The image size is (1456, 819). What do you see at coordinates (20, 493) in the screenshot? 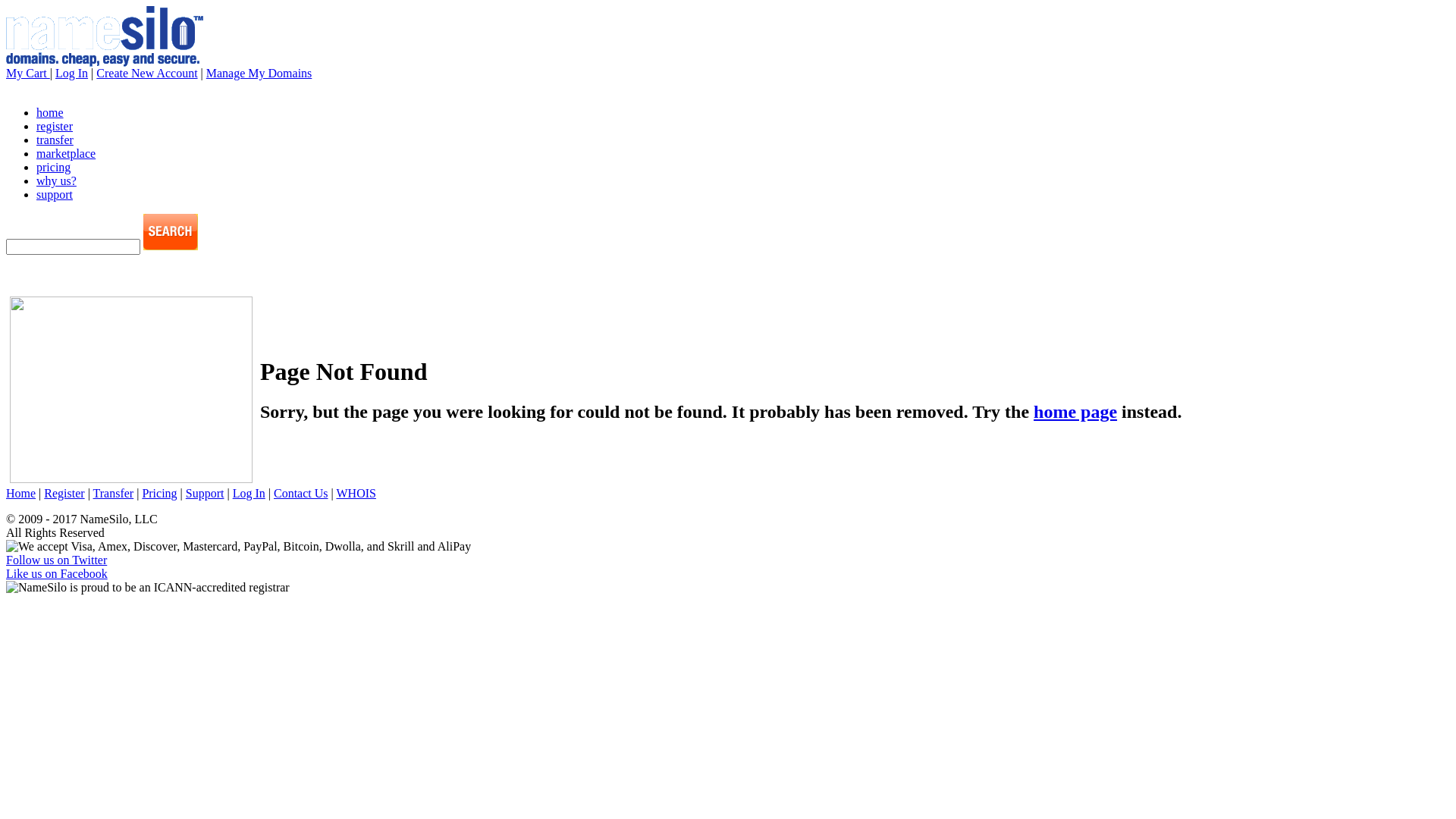
I see `'Home'` at bounding box center [20, 493].